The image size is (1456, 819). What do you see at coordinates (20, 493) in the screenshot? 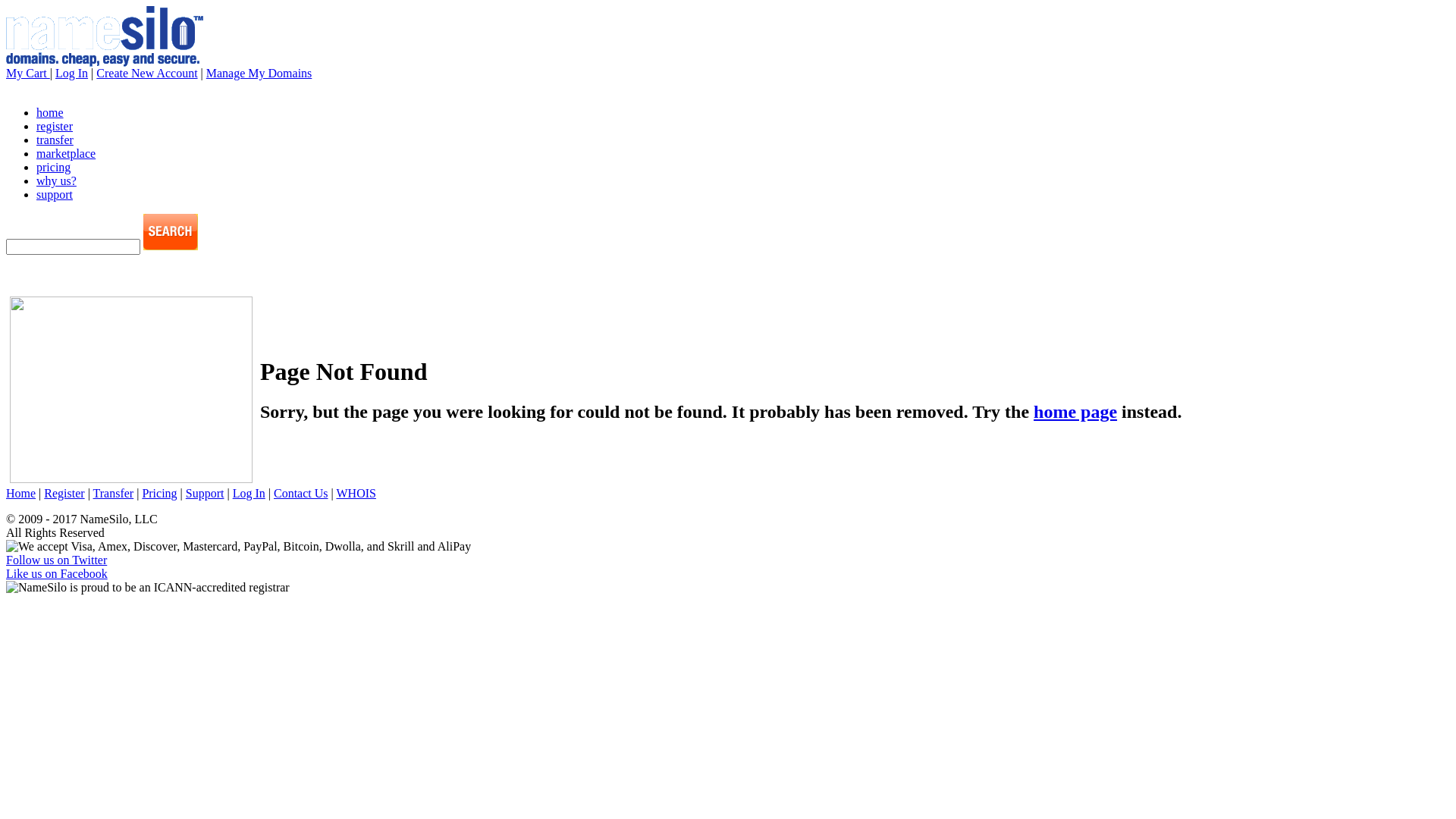
I see `'Home'` at bounding box center [20, 493].